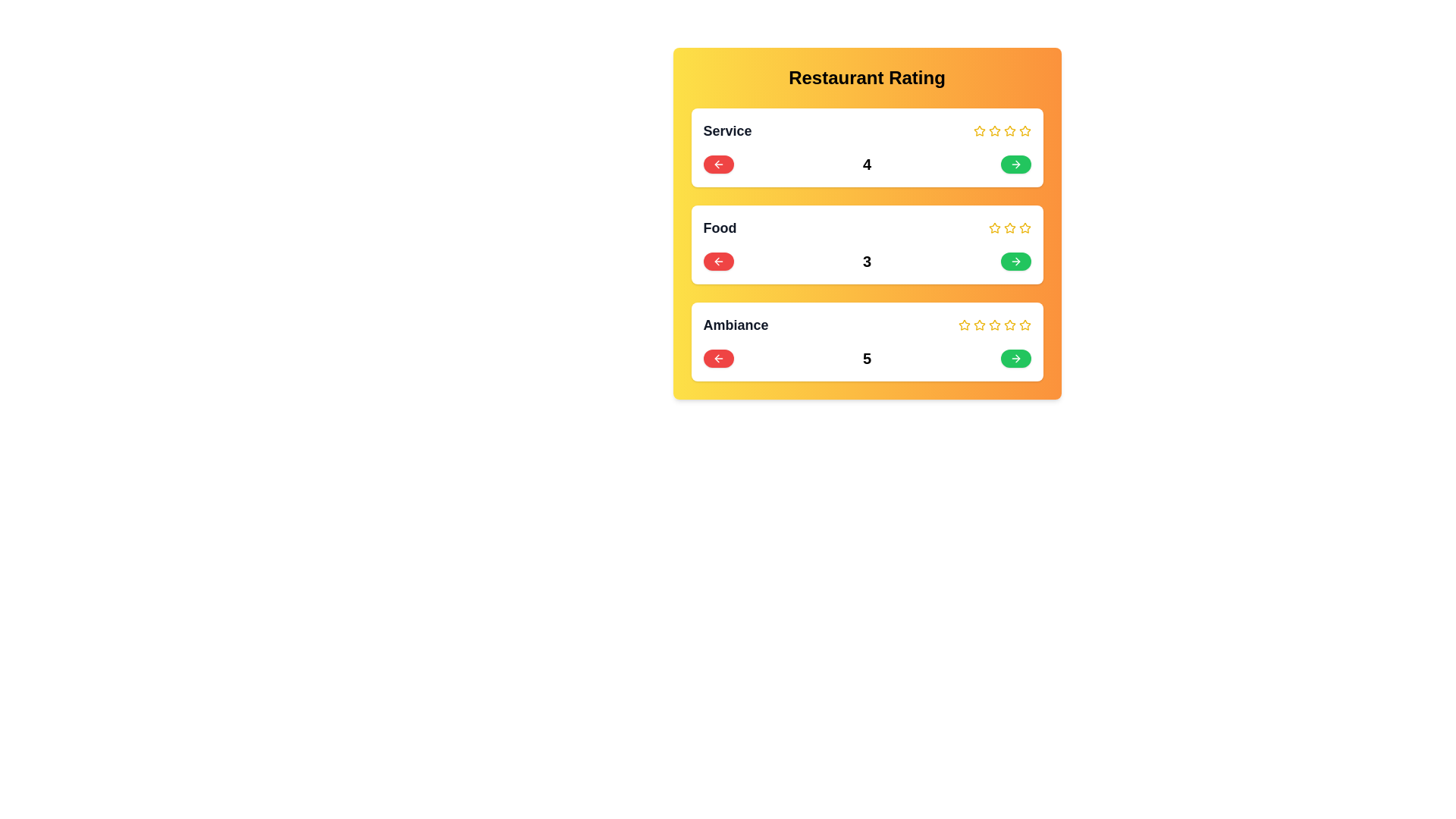 The image size is (1456, 819). I want to click on the first star in the rating row for the 'Ambiance' rating in the 'Restaurant Rating' card interface, so click(979, 324).